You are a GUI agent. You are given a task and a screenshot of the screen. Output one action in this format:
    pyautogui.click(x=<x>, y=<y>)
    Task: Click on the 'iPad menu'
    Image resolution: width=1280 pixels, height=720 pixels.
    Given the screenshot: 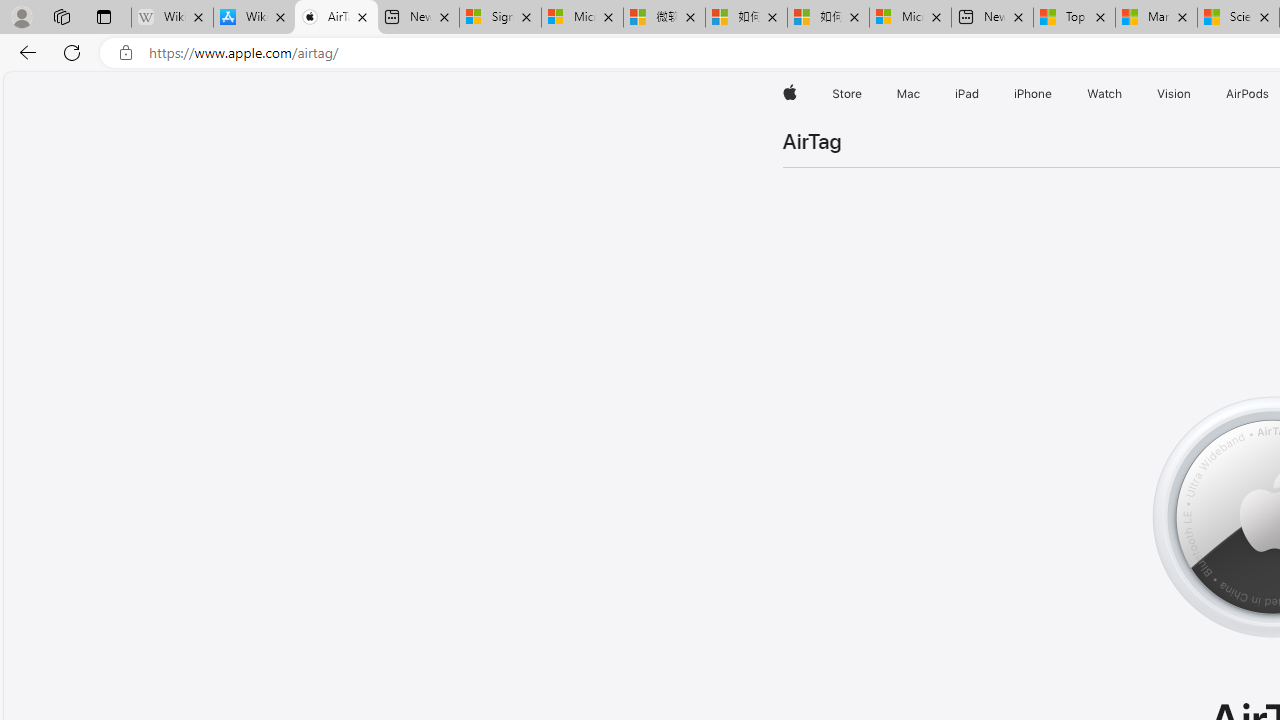 What is the action you would take?
    pyautogui.click(x=983, y=93)
    